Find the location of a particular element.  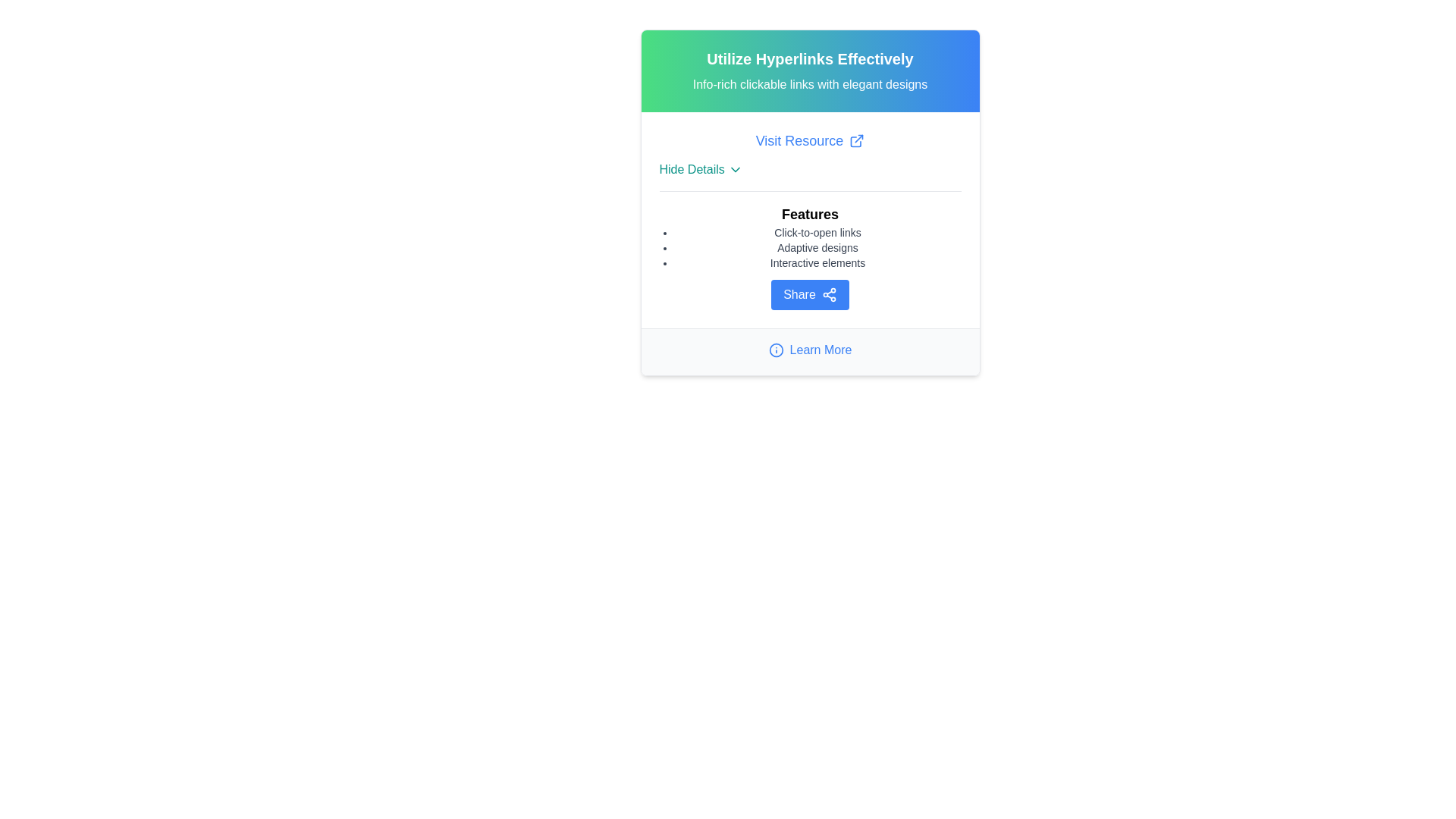

the informative icon located to the left of the 'Learn More' hyperlink, which serves to guide users for additional context or details is located at coordinates (776, 350).